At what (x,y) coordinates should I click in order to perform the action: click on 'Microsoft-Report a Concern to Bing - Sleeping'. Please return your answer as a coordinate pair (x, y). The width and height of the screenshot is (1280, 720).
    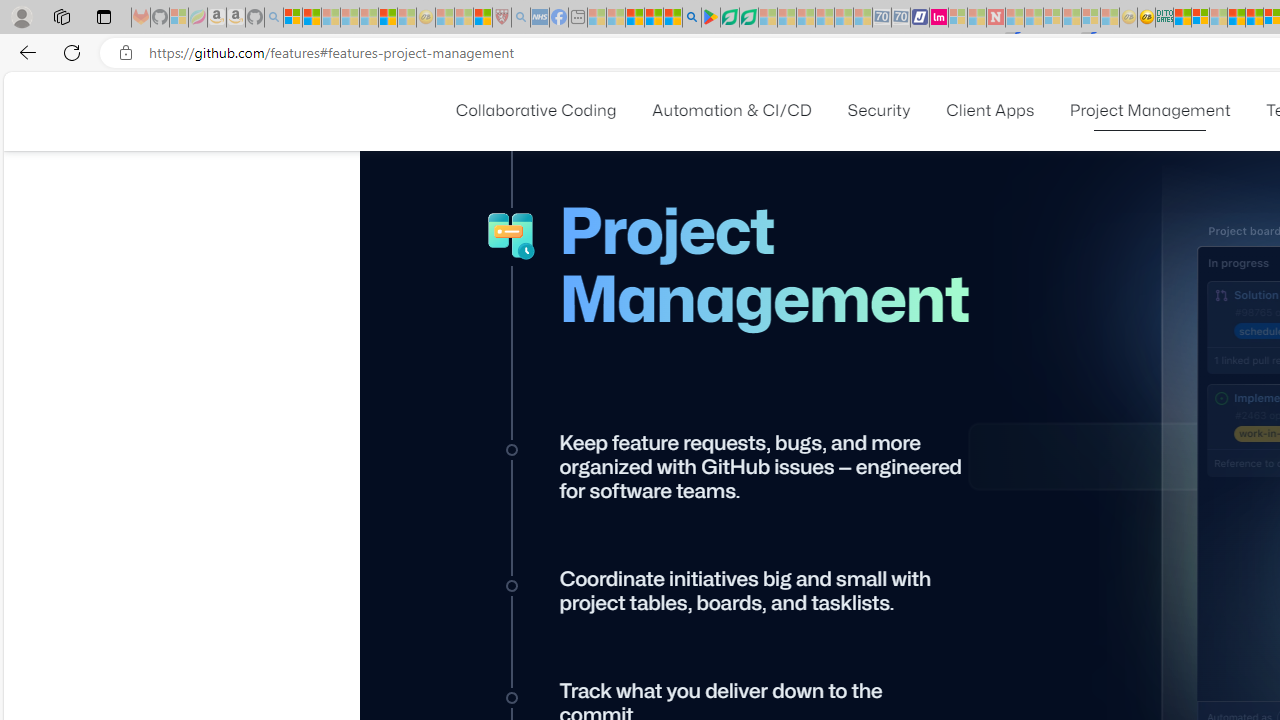
    Looking at the image, I should click on (179, 17).